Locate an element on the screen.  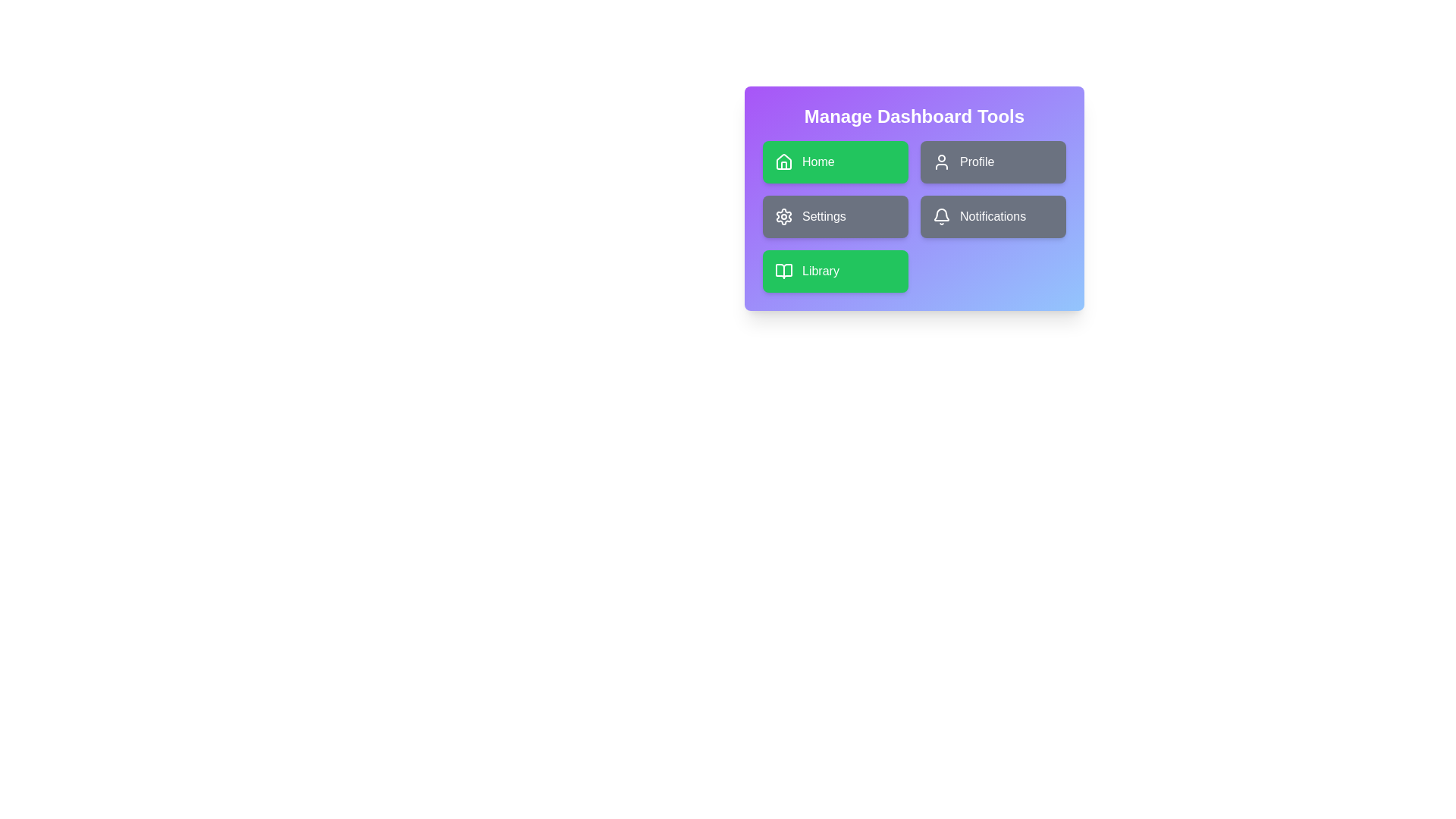
the chip labeled Settings to toggle its selection state is located at coordinates (835, 216).